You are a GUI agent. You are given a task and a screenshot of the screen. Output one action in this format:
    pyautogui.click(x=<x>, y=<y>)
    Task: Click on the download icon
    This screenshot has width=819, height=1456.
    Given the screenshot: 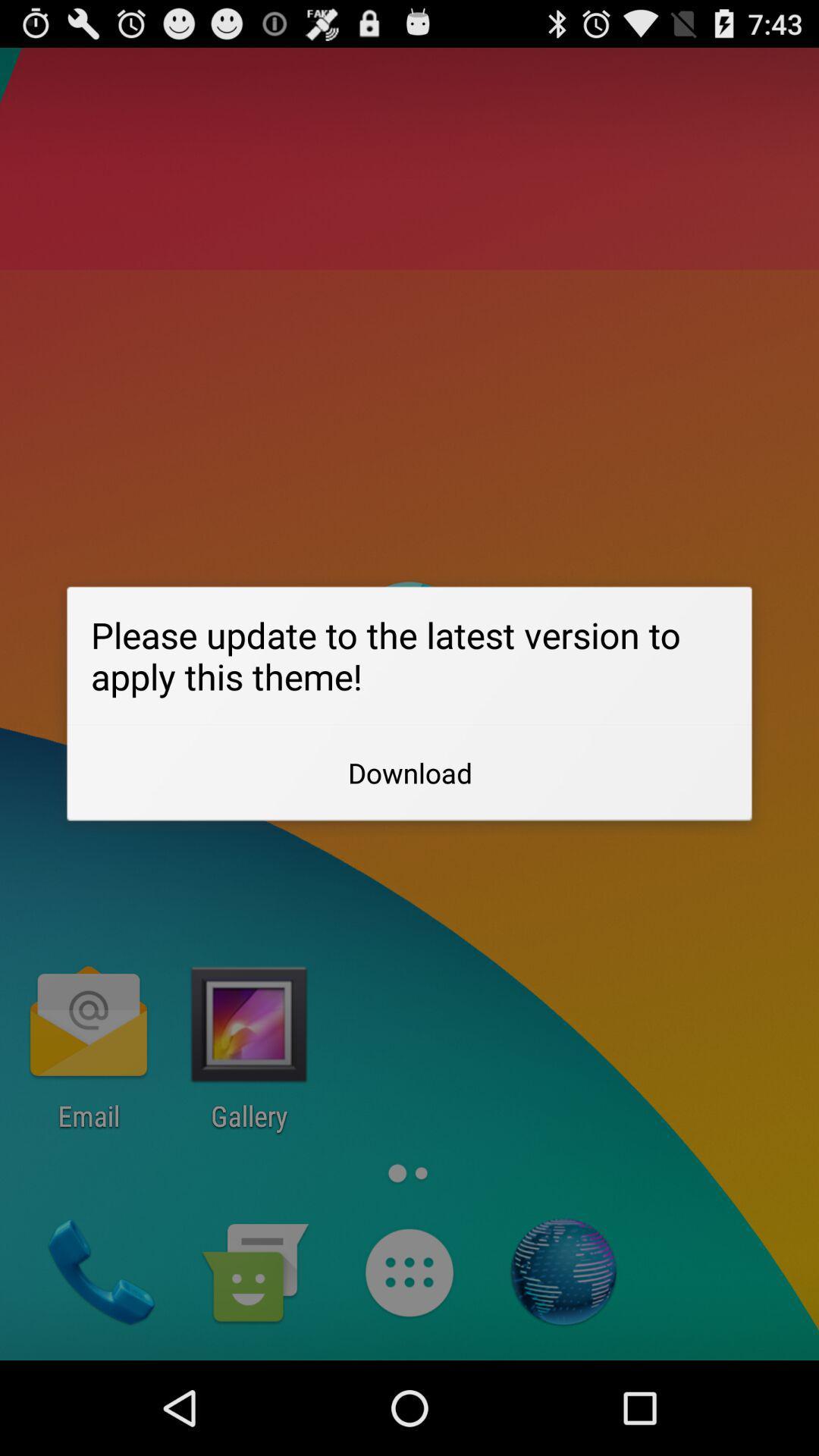 What is the action you would take?
    pyautogui.click(x=409, y=773)
    